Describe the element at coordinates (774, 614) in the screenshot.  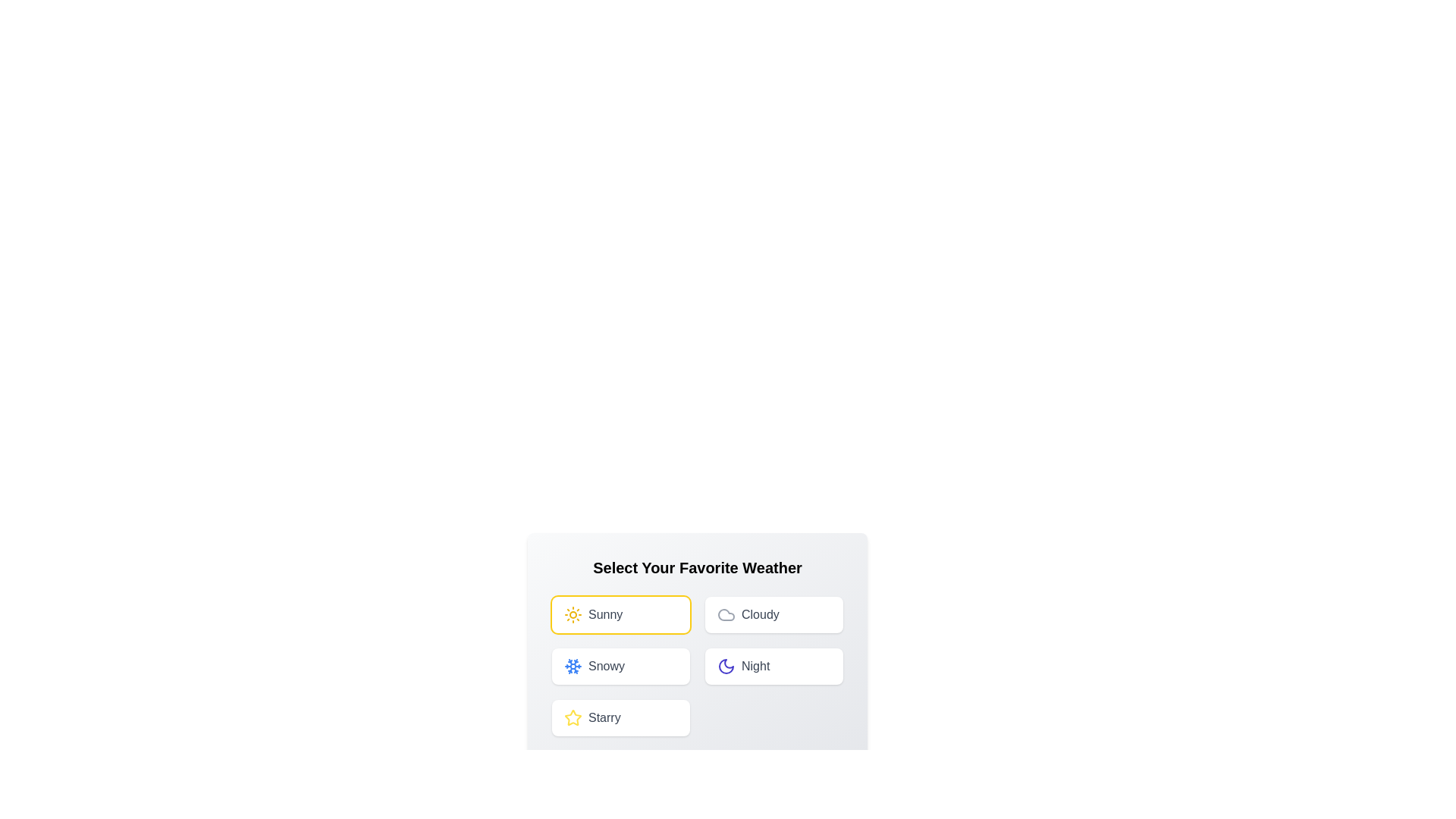
I see `the 'Cloudy' button, which is a rounded rectangular button with a cloud icon and gray text, to trigger the hover effect` at that location.